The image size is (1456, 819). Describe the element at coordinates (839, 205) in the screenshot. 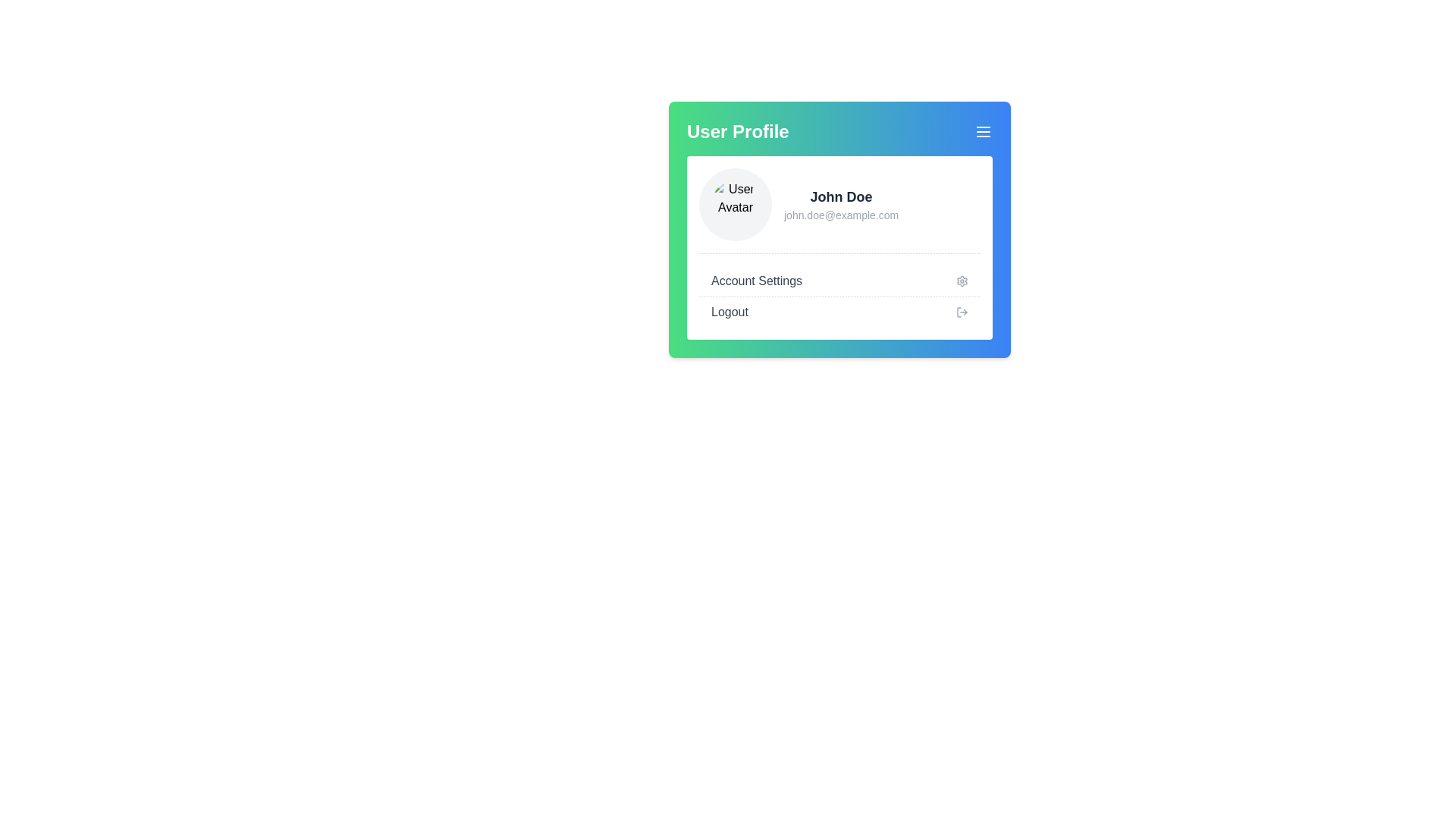

I see `displayed information from the user profile header, which includes the avatar, name, and email of the current user` at that location.